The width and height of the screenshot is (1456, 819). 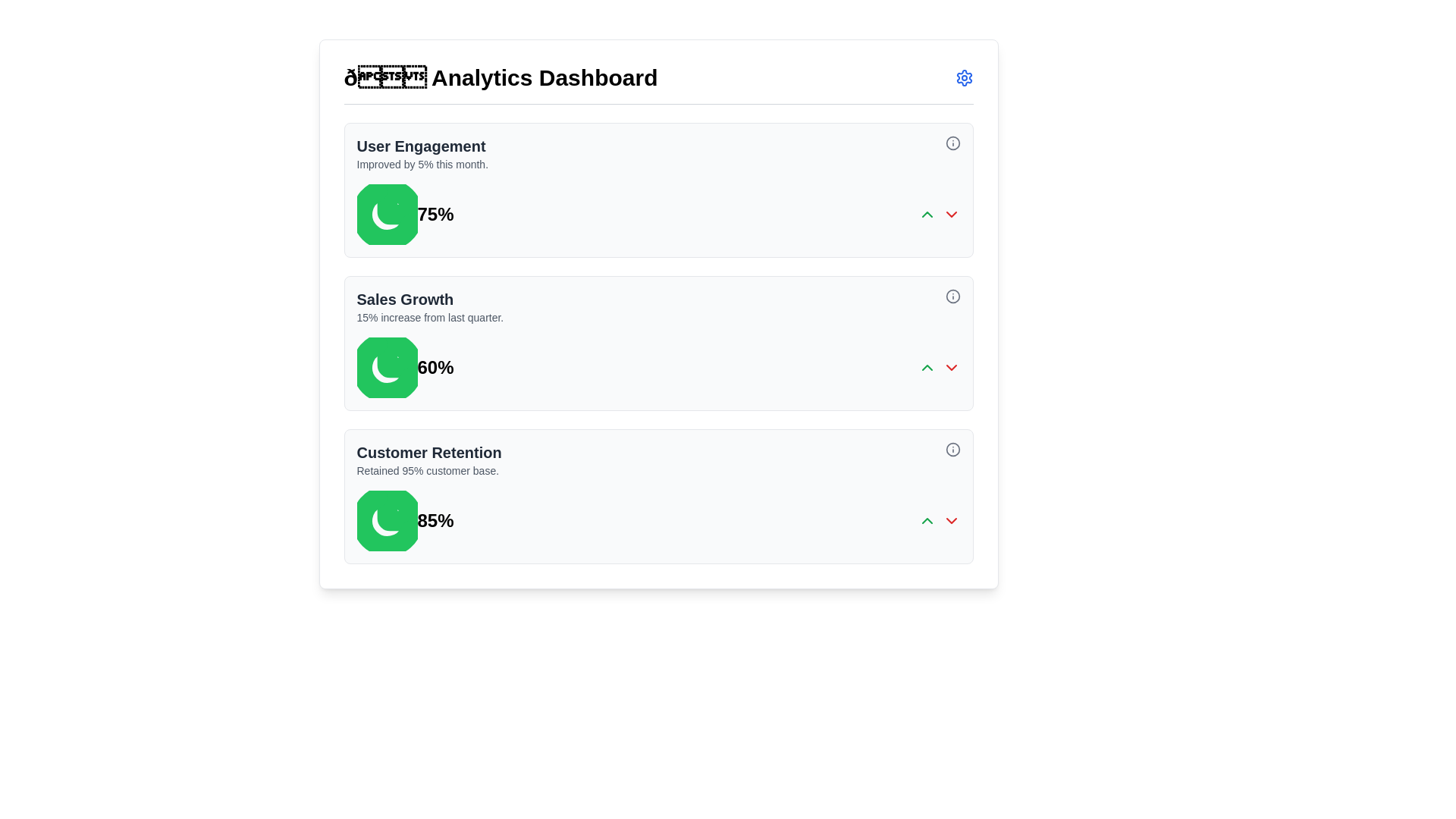 I want to click on the downward SVG icon indicating a collapse operation in the 'Customer Retention' card for keyboard interactions, so click(x=950, y=519).